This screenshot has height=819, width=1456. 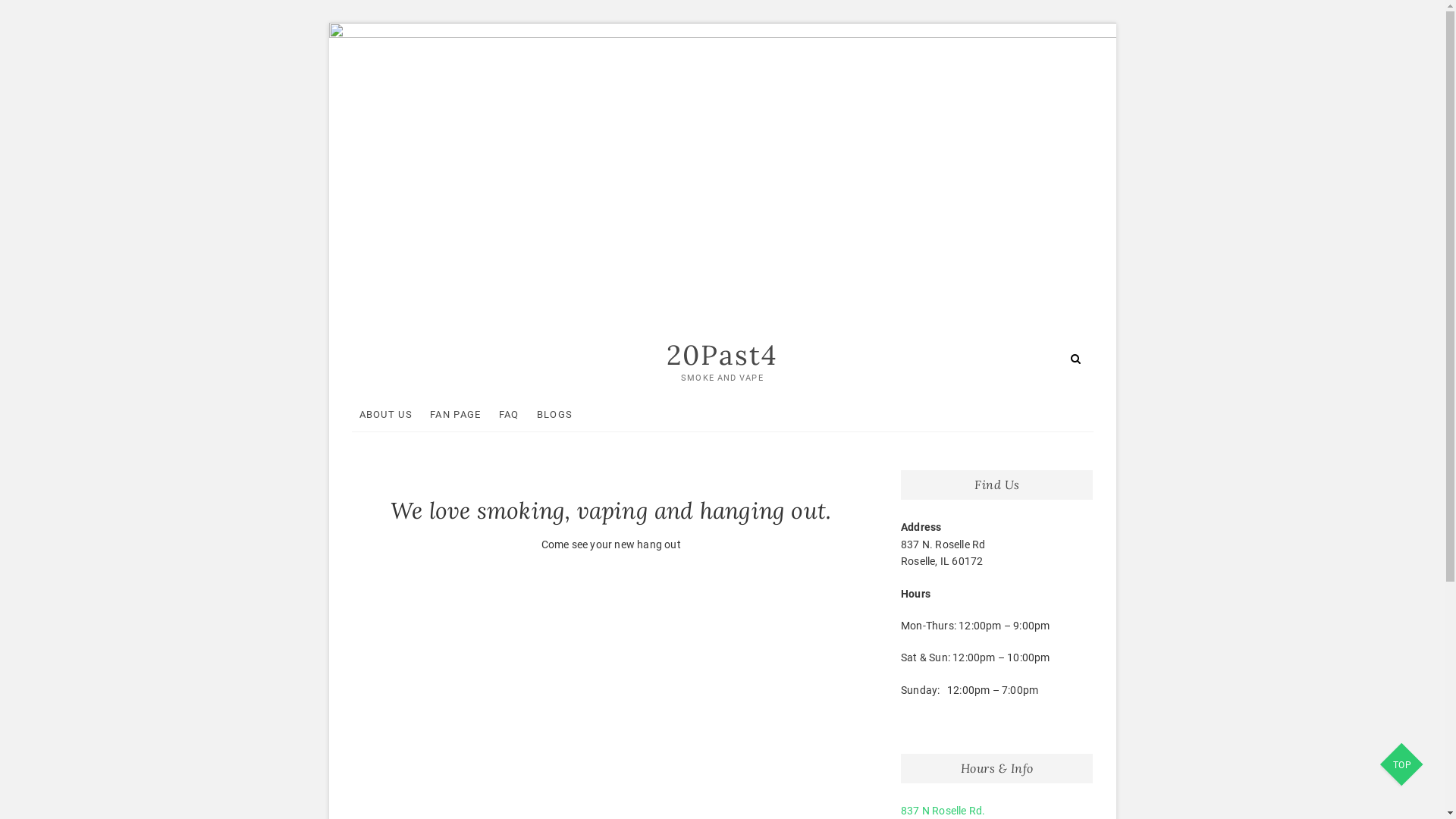 I want to click on 'ABOUT US', so click(x=385, y=414).